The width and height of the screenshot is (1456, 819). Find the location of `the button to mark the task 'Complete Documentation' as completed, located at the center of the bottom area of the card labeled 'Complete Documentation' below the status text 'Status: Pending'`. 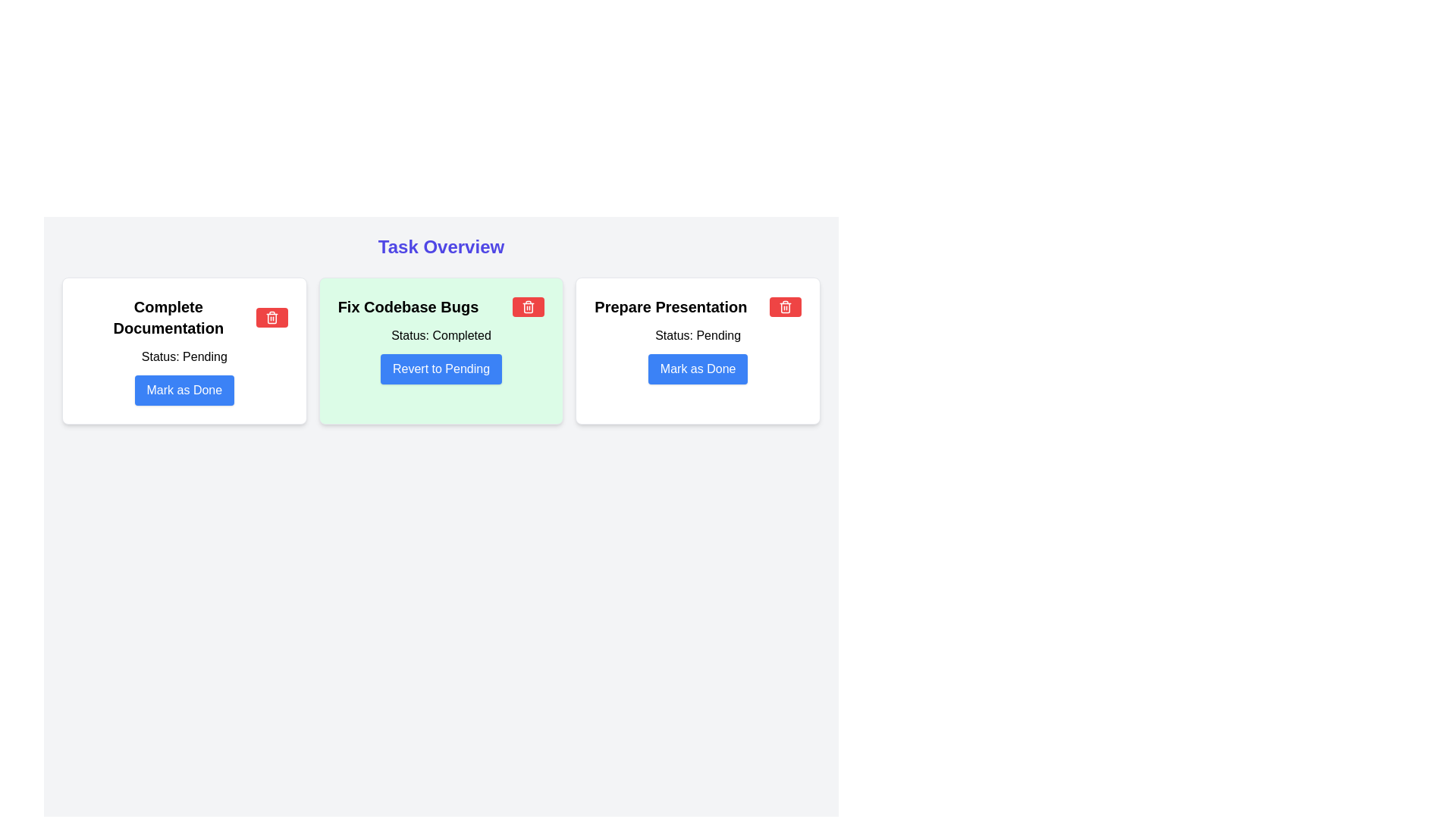

the button to mark the task 'Complete Documentation' as completed, located at the center of the bottom area of the card labeled 'Complete Documentation' below the status text 'Status: Pending' is located at coordinates (184, 390).